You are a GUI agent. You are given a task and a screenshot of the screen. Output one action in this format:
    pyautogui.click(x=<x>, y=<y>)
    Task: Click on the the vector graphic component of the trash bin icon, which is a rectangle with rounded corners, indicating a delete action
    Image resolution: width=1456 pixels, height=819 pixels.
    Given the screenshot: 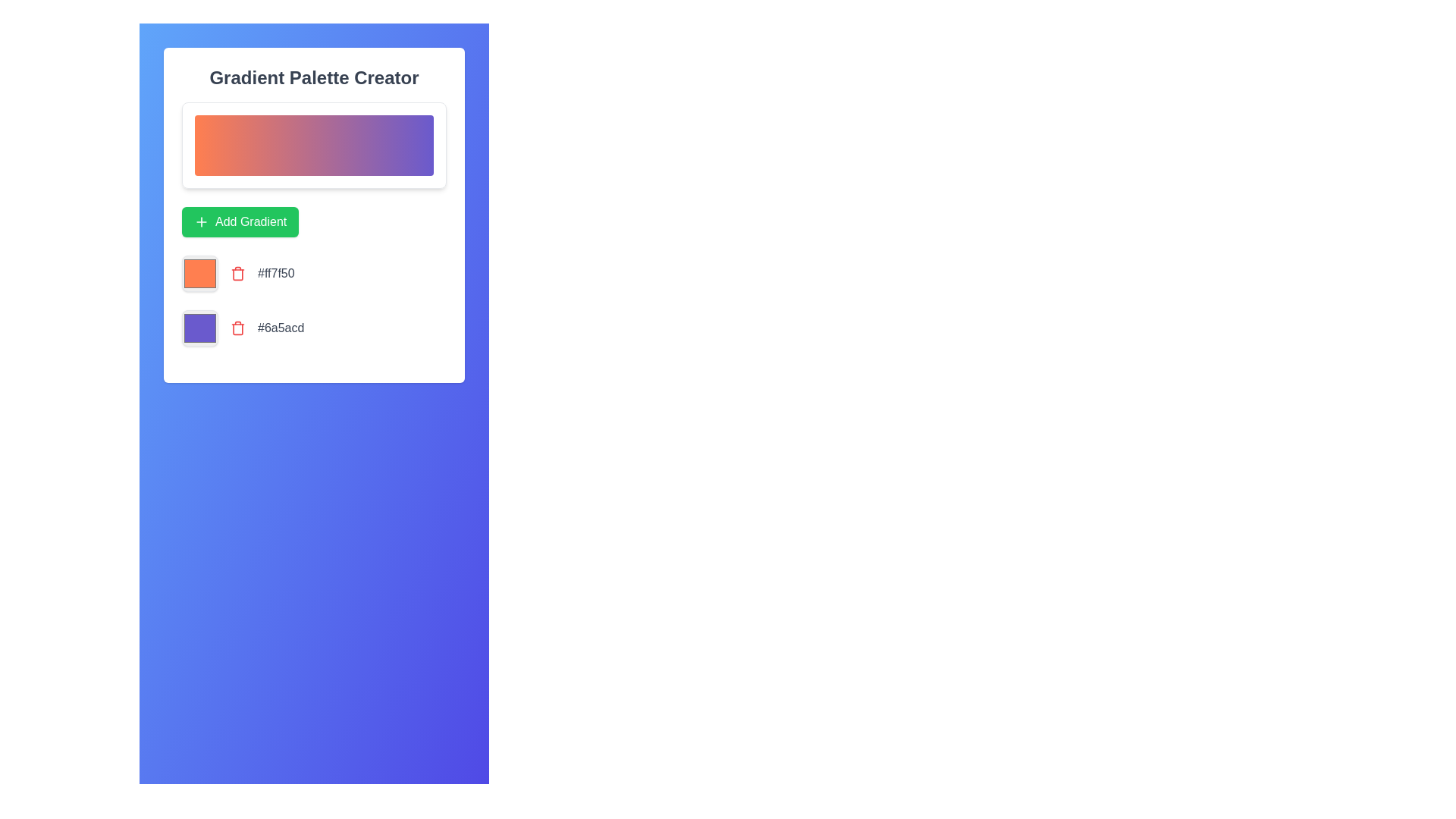 What is the action you would take?
    pyautogui.click(x=237, y=328)
    